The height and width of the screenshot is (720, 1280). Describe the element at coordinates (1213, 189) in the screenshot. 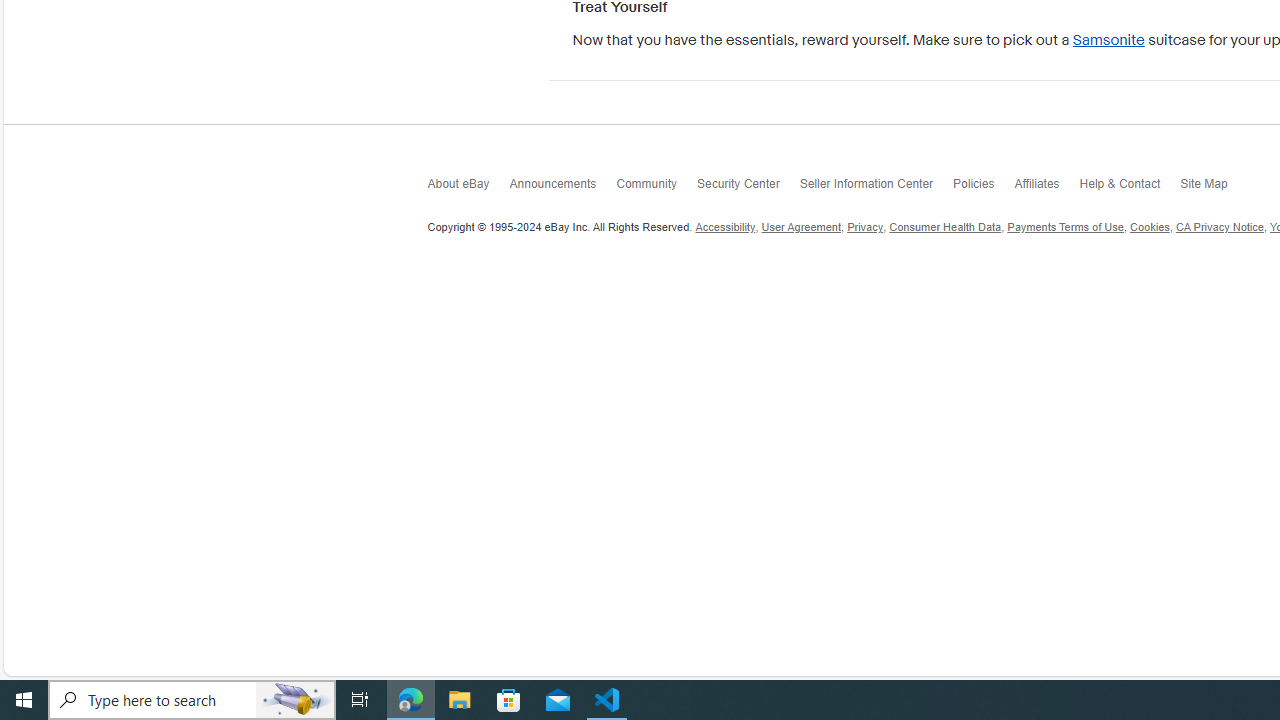

I see `'Site Map'` at that location.